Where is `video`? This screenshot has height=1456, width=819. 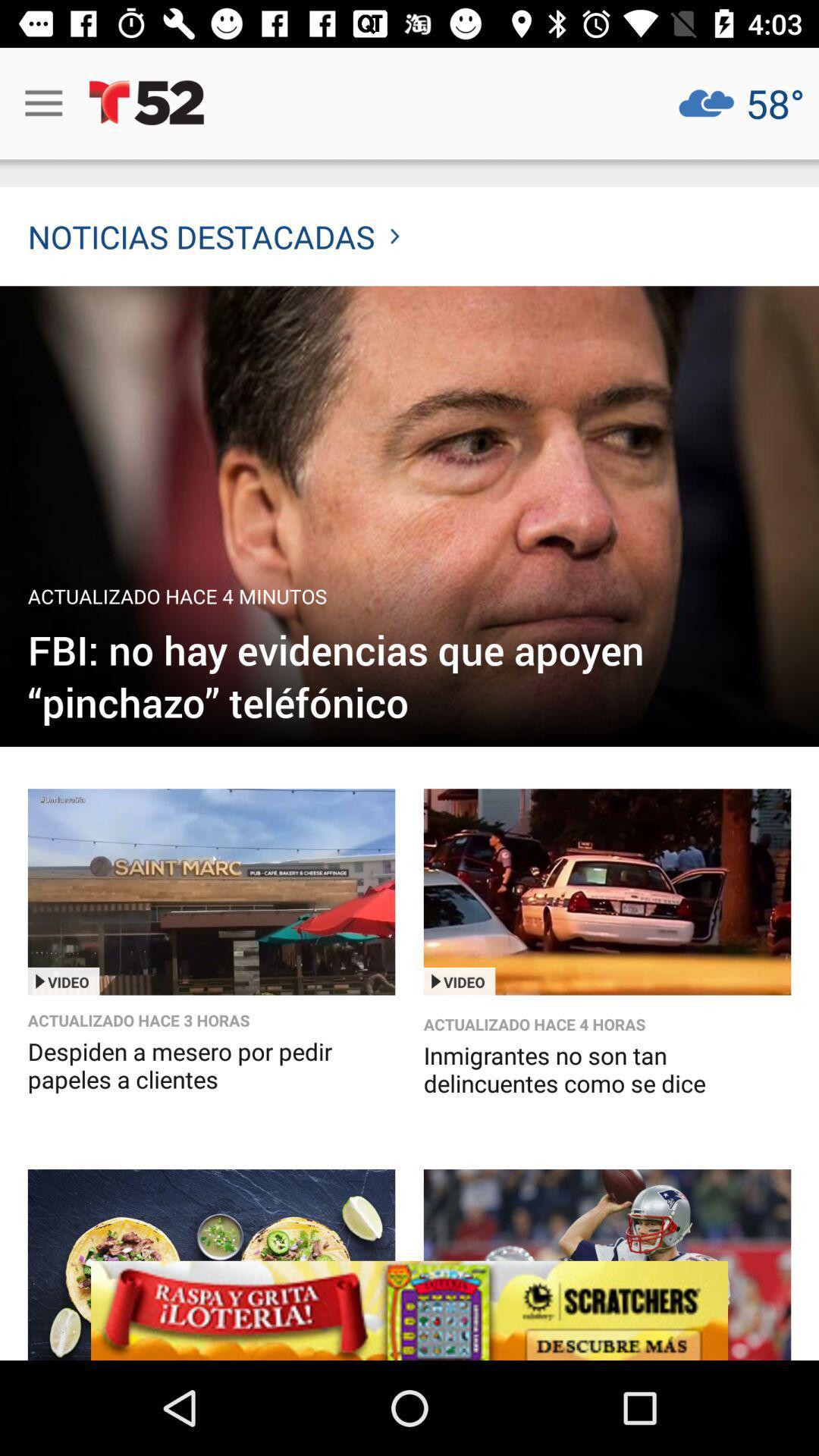
video is located at coordinates (211, 892).